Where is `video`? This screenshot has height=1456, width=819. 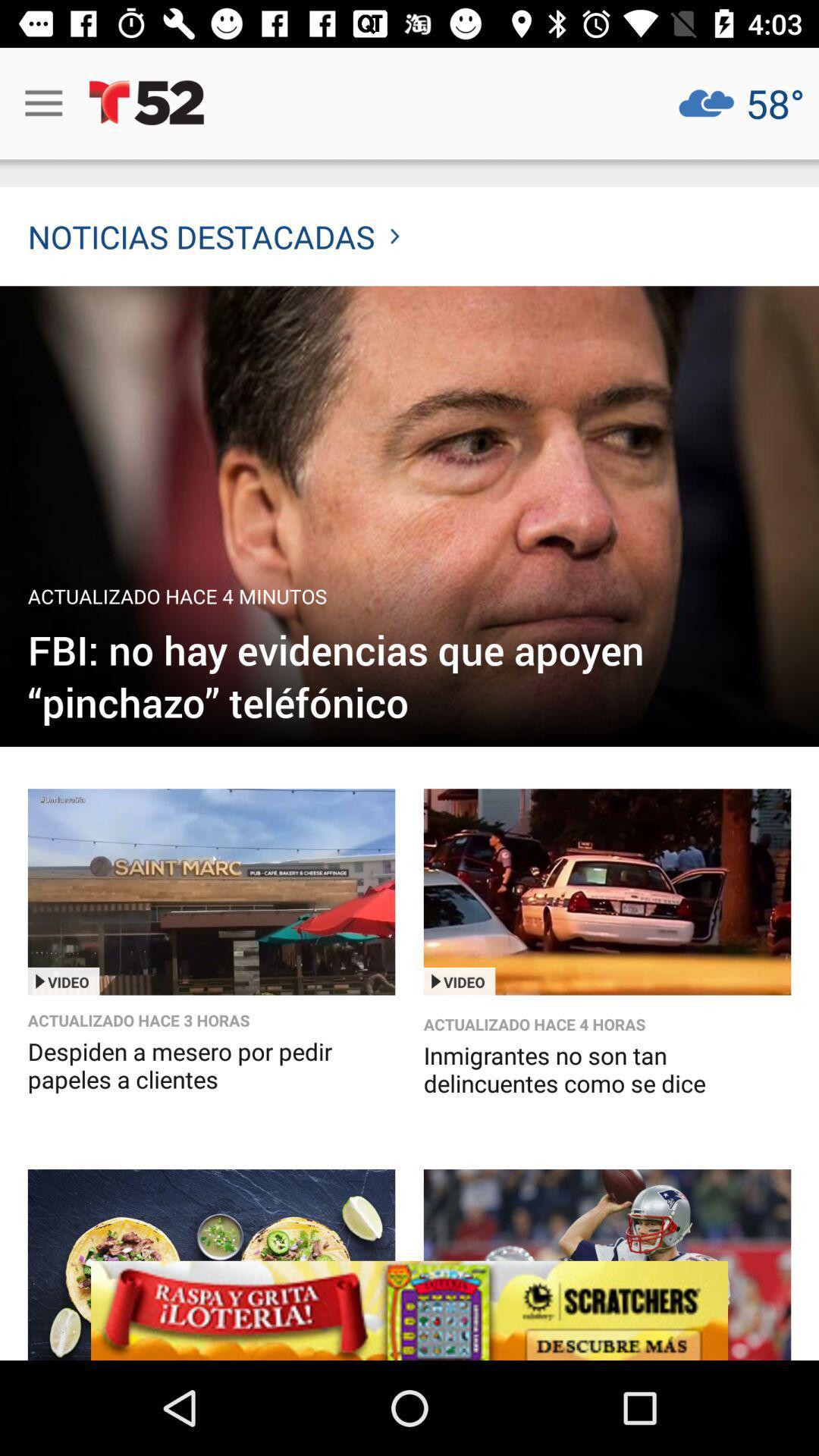
video is located at coordinates (211, 892).